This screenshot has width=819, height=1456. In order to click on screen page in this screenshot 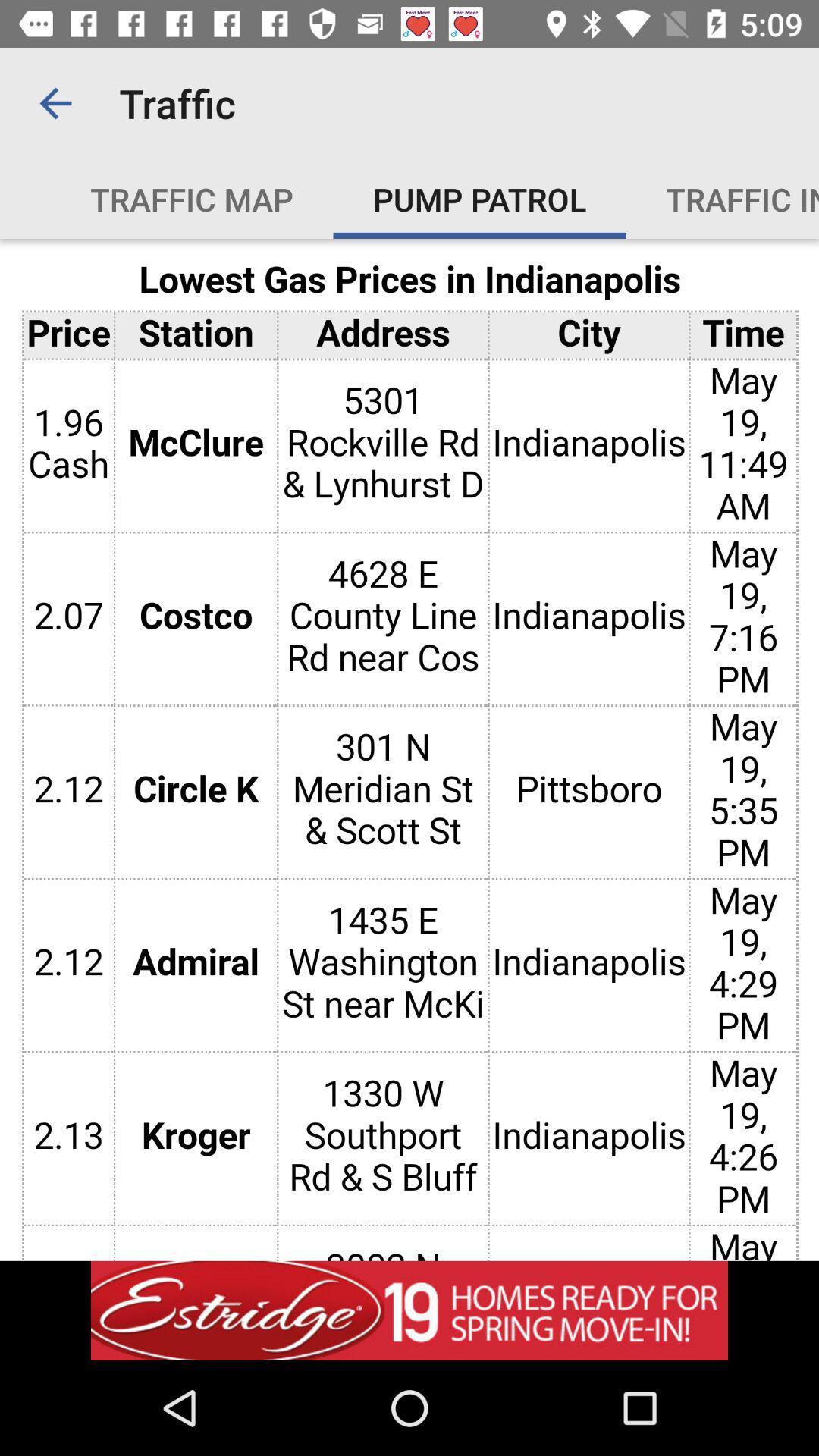, I will do `click(409, 749)`.